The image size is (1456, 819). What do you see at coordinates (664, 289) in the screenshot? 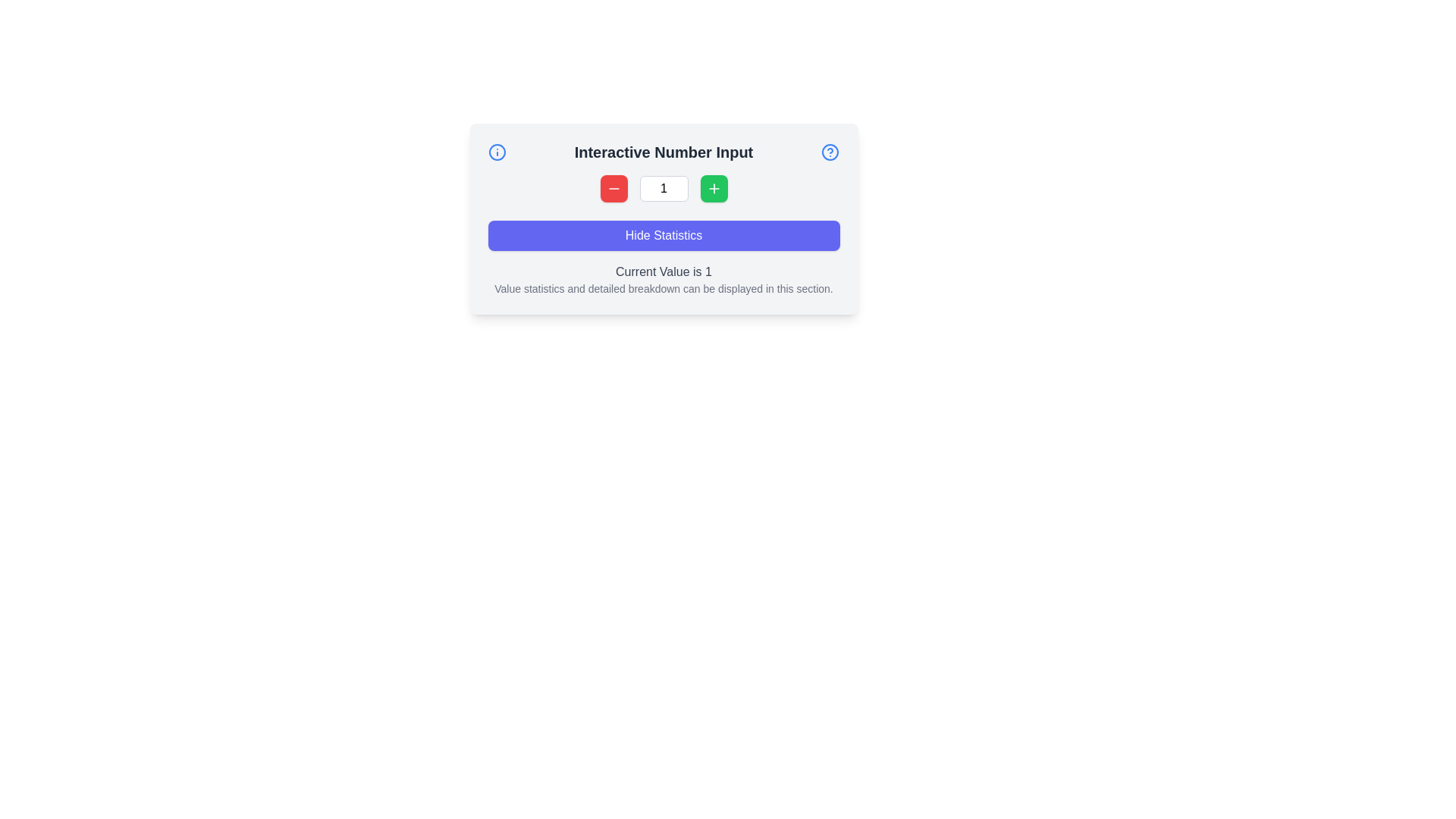
I see `the text paragraph styled in small gray font that reads 'Value statistics` at bounding box center [664, 289].